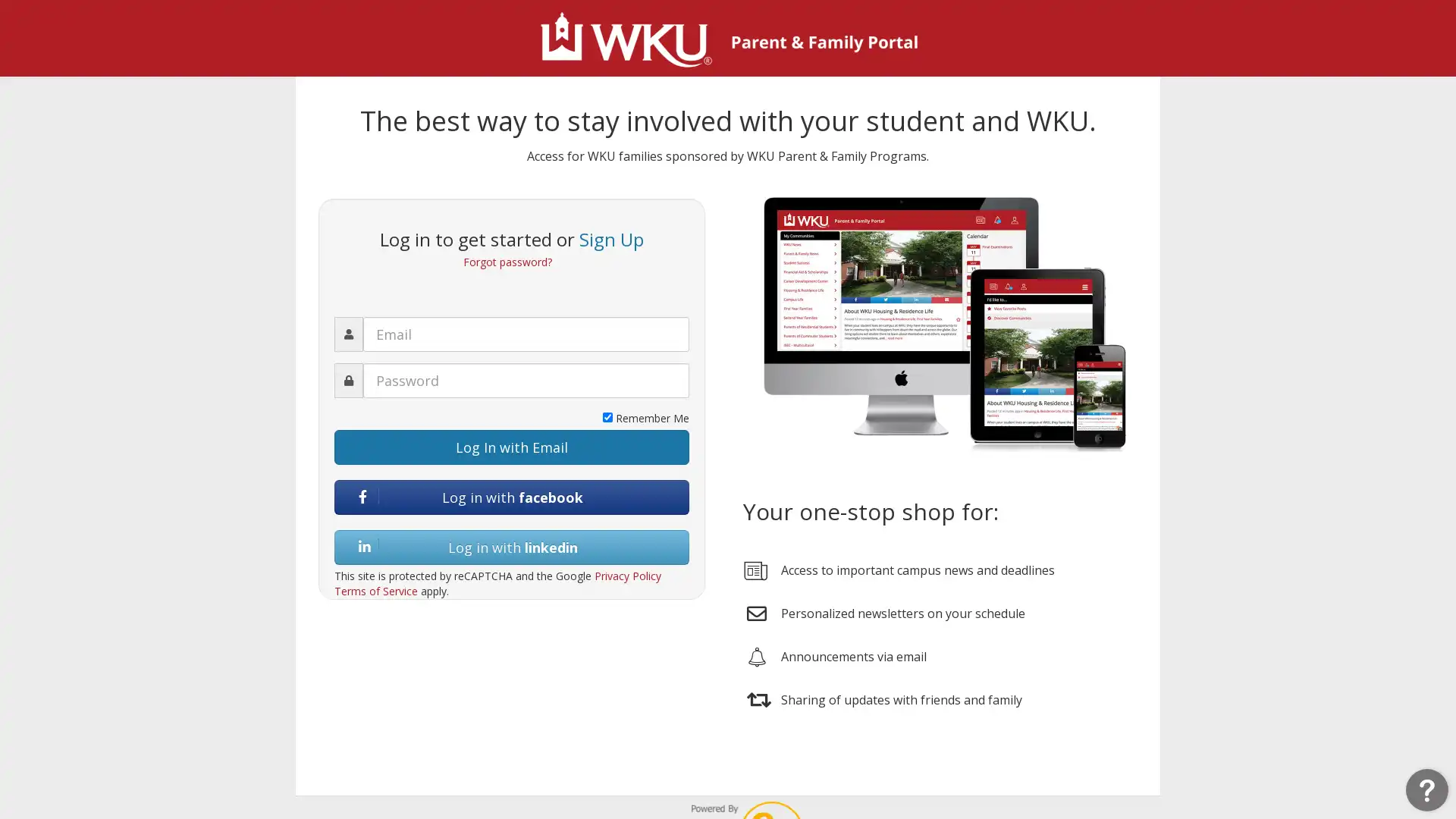 This screenshot has width=1456, height=819. What do you see at coordinates (512, 446) in the screenshot?
I see `Log In with Email` at bounding box center [512, 446].